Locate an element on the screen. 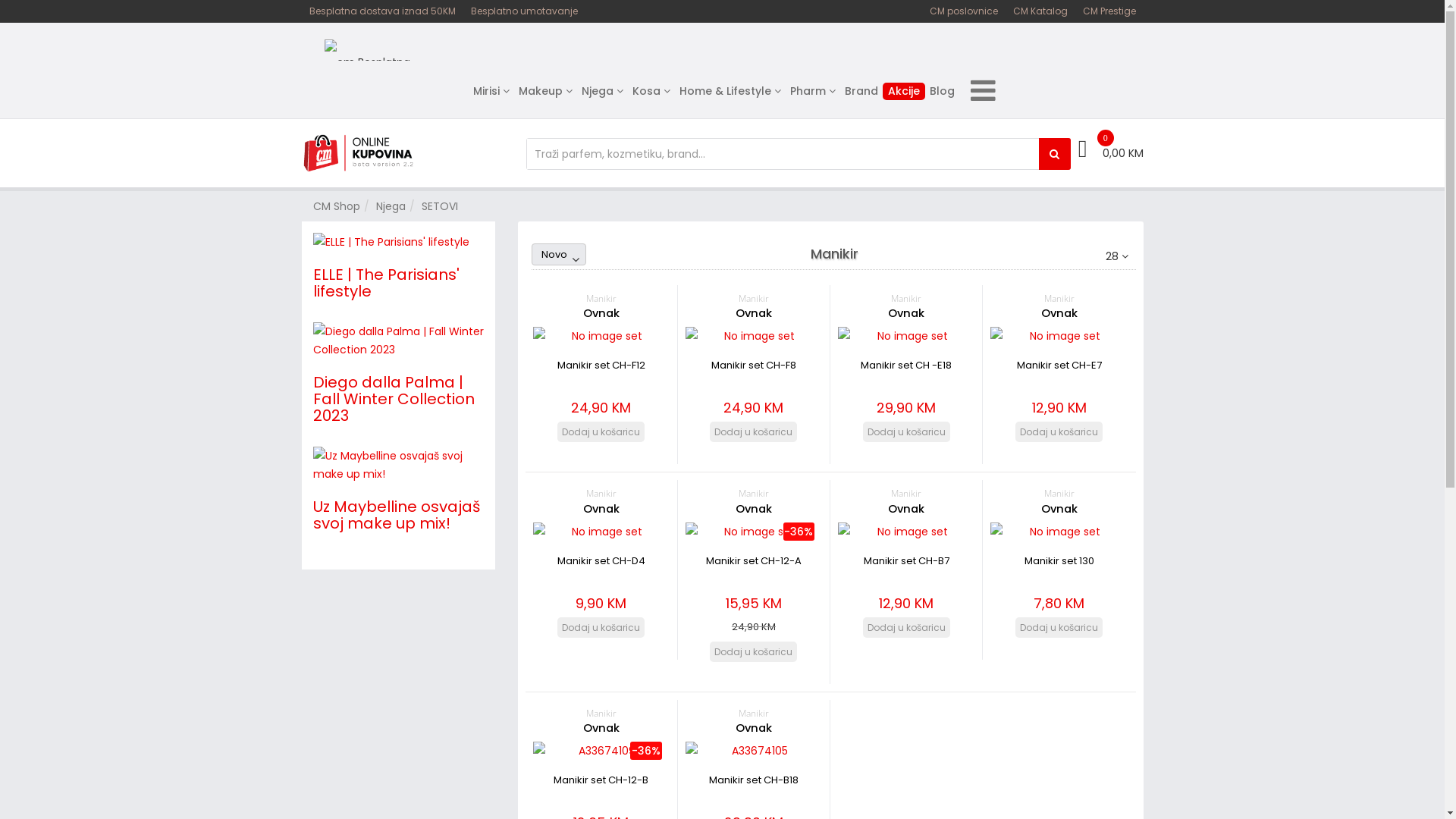 Image resolution: width=1456 pixels, height=819 pixels. 'Manikir set CH-12-B' is located at coordinates (600, 780).